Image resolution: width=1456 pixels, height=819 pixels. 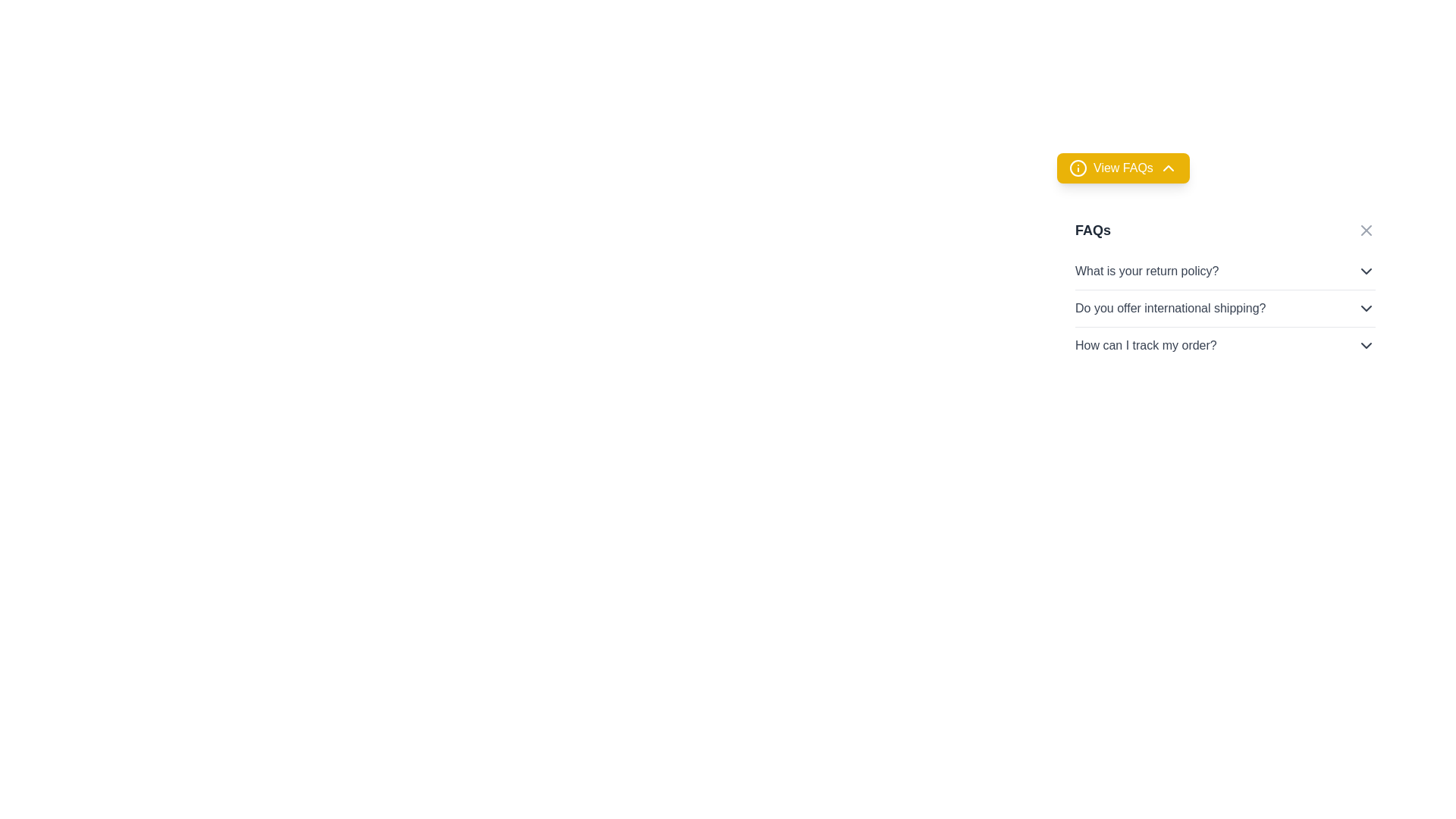 I want to click on the clickable FAQ question that reveals the answer to 'How can I track my order?', so click(x=1225, y=345).